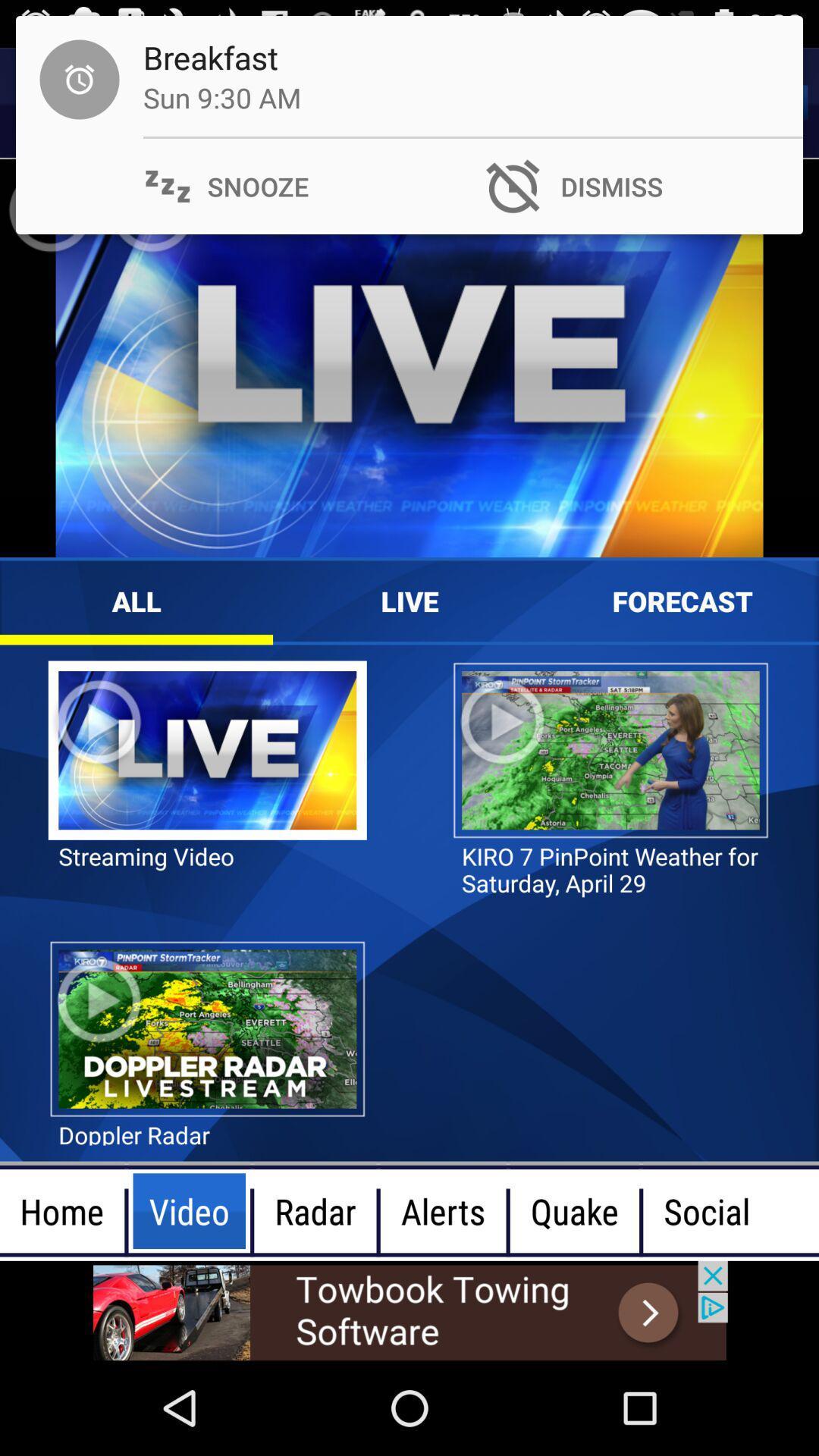 The image size is (819, 1456). I want to click on the time icon, so click(55, 102).